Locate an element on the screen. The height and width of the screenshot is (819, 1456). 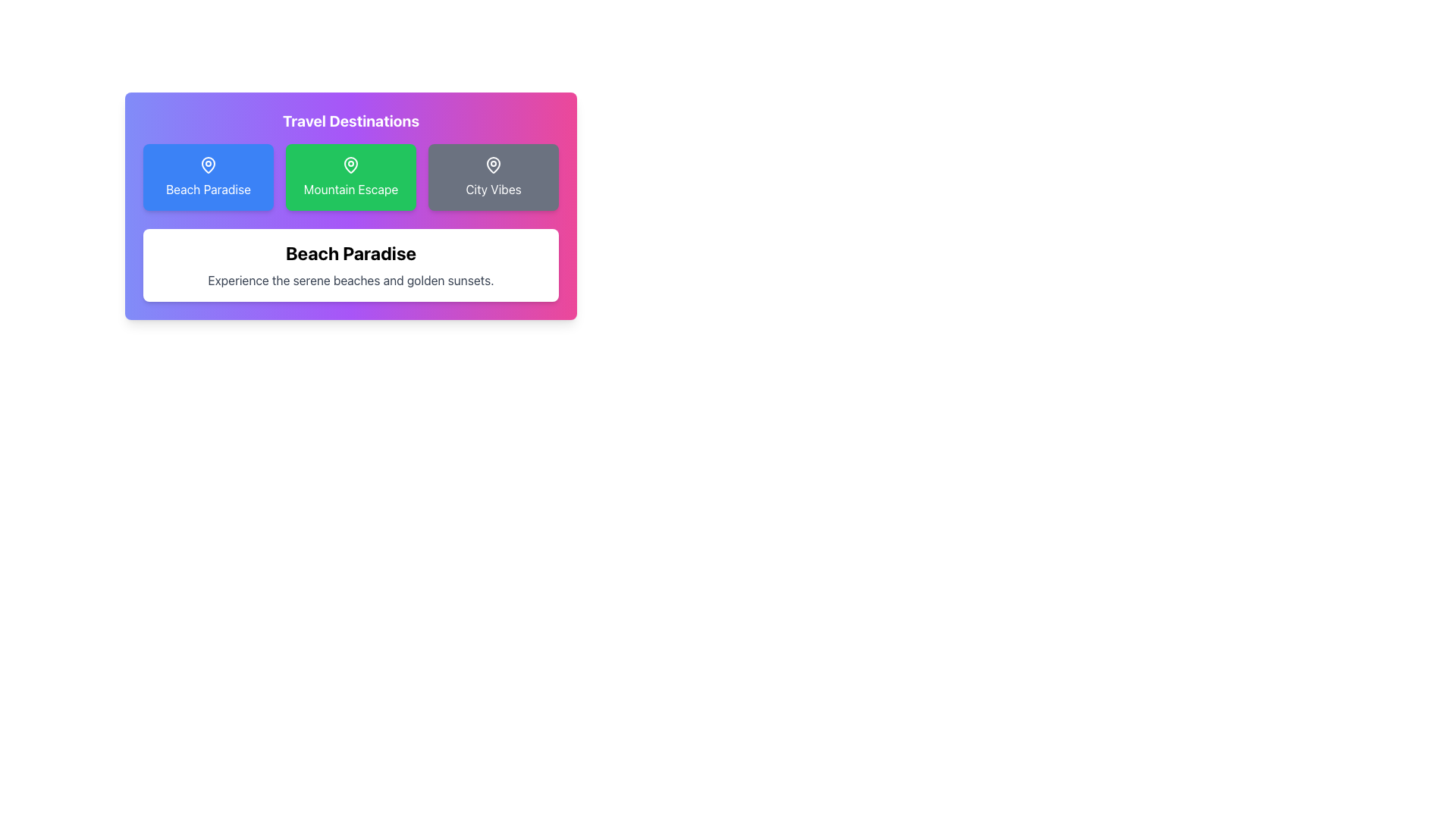
the interactive button for selecting the 'City Vibes' option, which is the rightmost button in a row of three buttons labeled 'Beach Paradise', 'Mountain Escape', and 'City Vibes' is located at coordinates (494, 177).